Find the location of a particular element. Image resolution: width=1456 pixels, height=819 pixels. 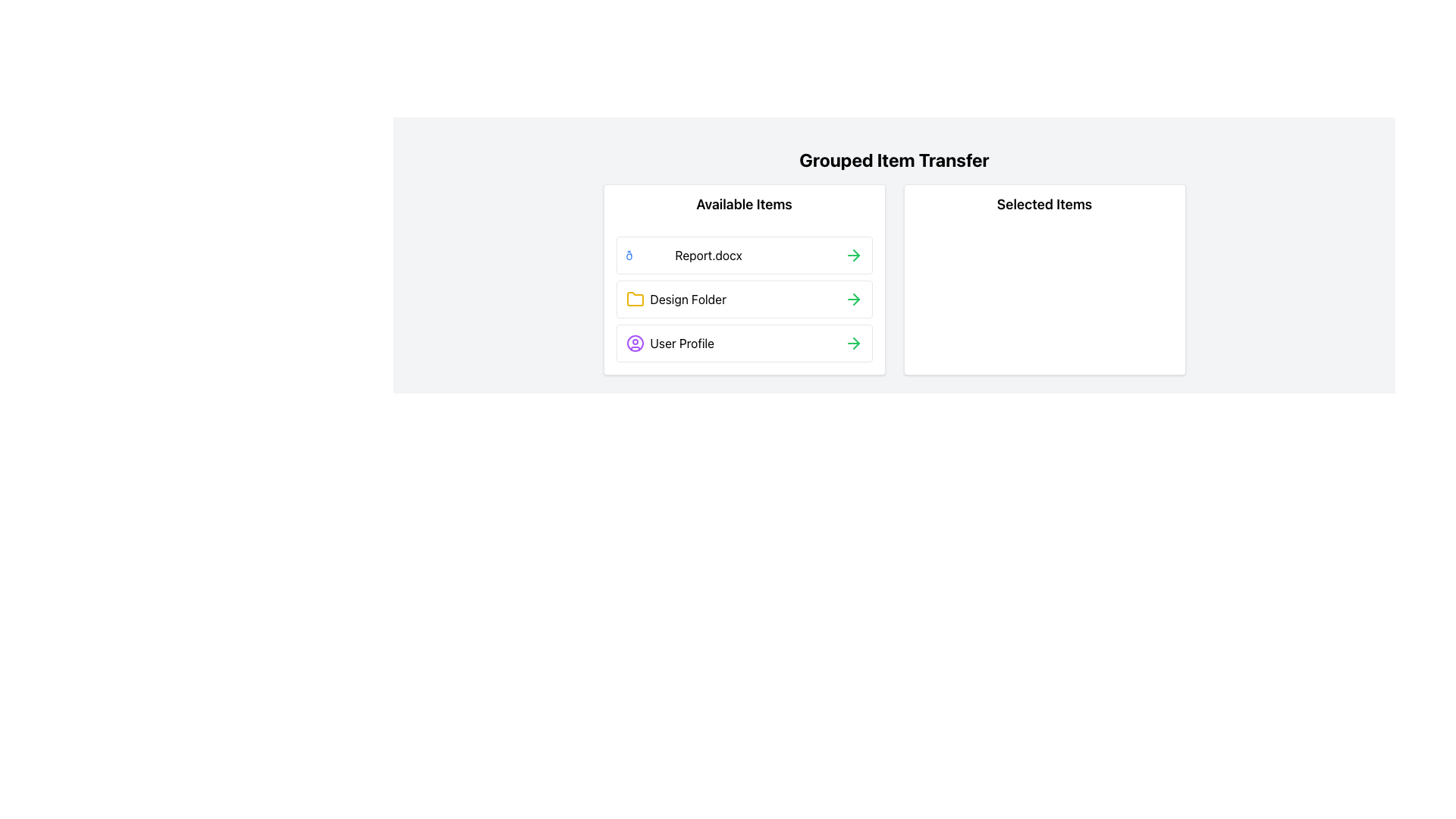

the purple stroke circle representing a user profile in the third item of the left column under 'Available Items' is located at coordinates (635, 343).